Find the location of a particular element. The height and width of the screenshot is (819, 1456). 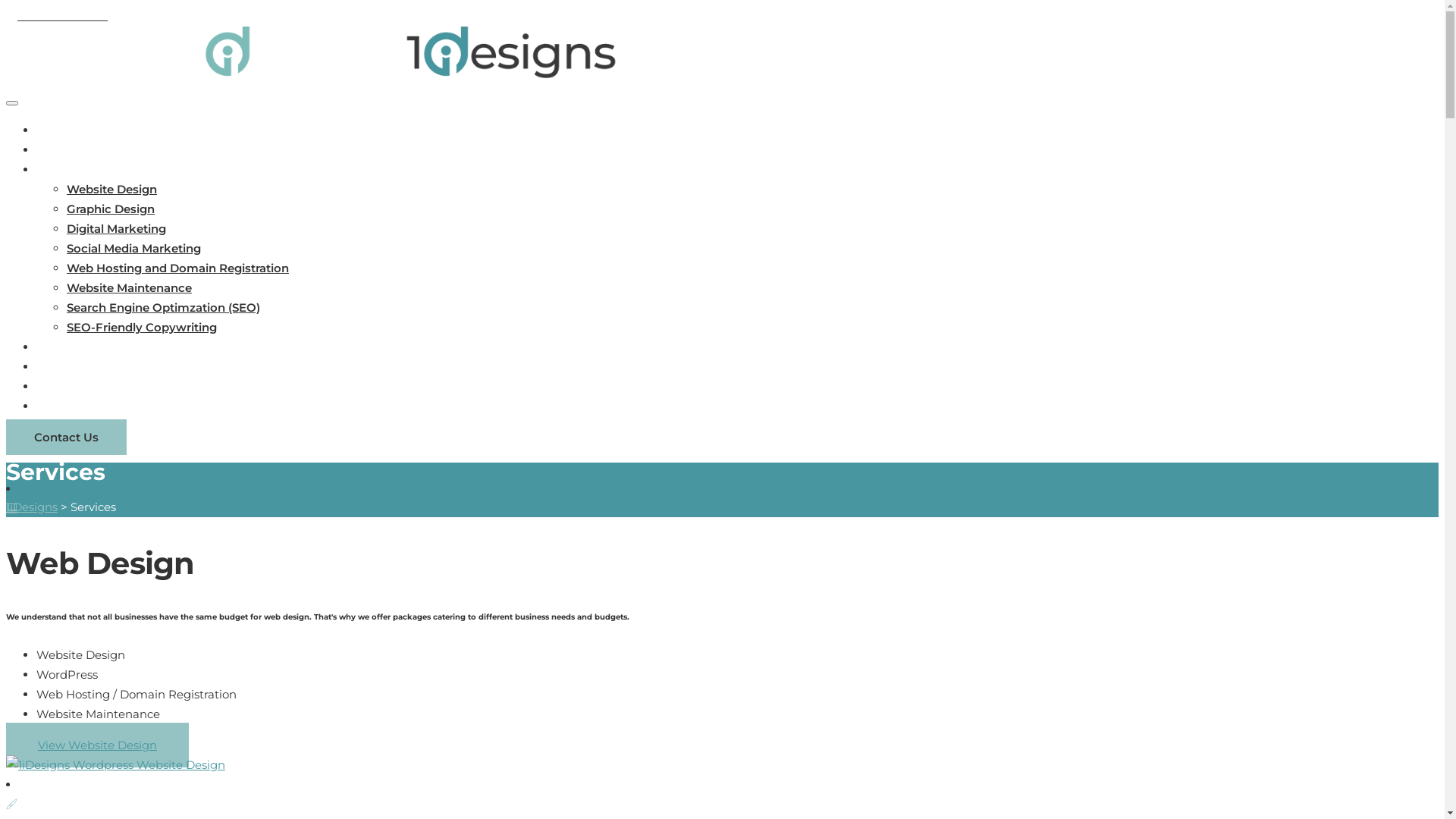

'Graphic Design' is located at coordinates (65, 209).